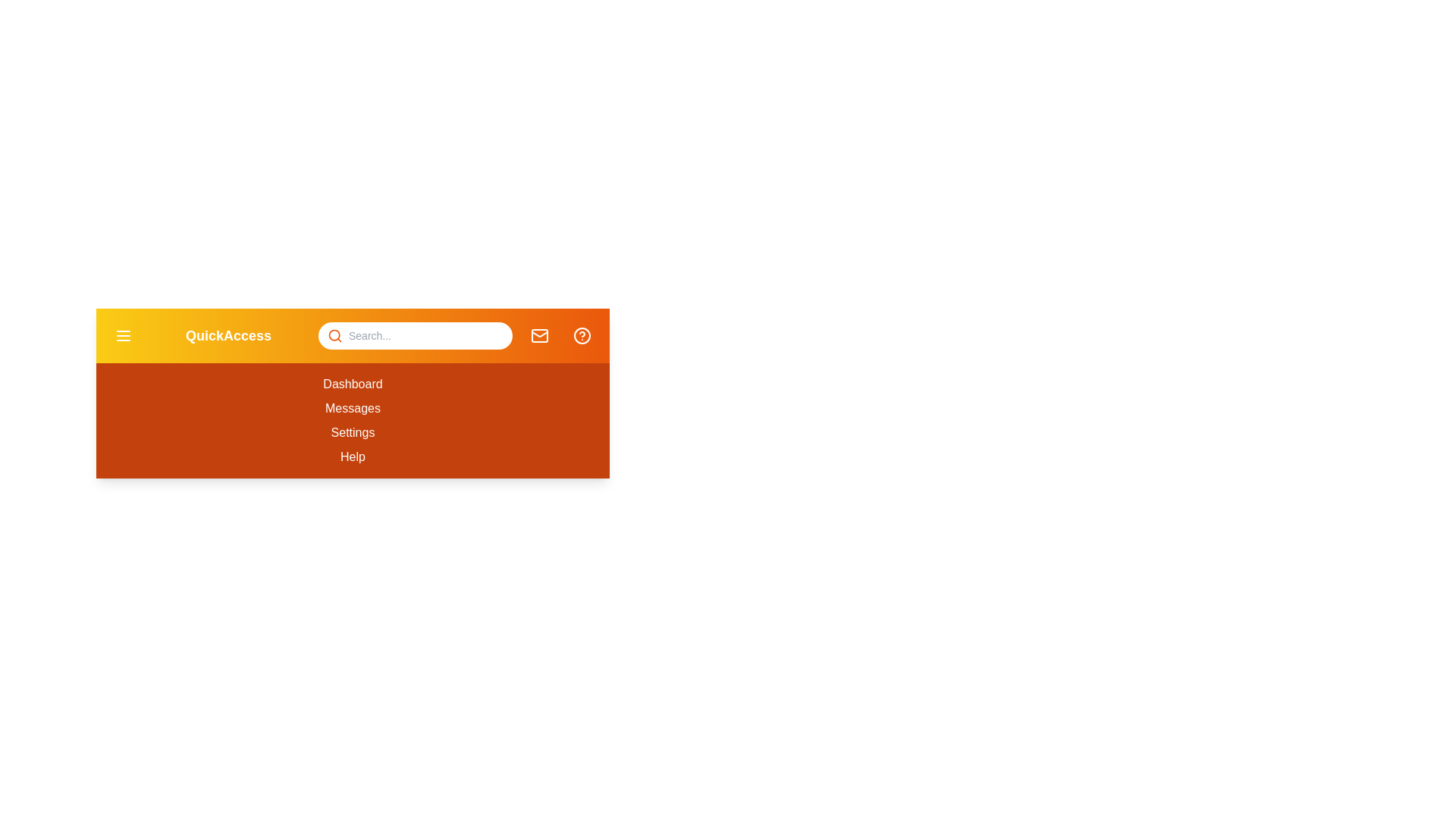 The width and height of the screenshot is (1456, 819). Describe the element at coordinates (539, 335) in the screenshot. I see `the messaging button located on the right side of the top navigation area, positioned between the white search bar and a question mark icon` at that location.